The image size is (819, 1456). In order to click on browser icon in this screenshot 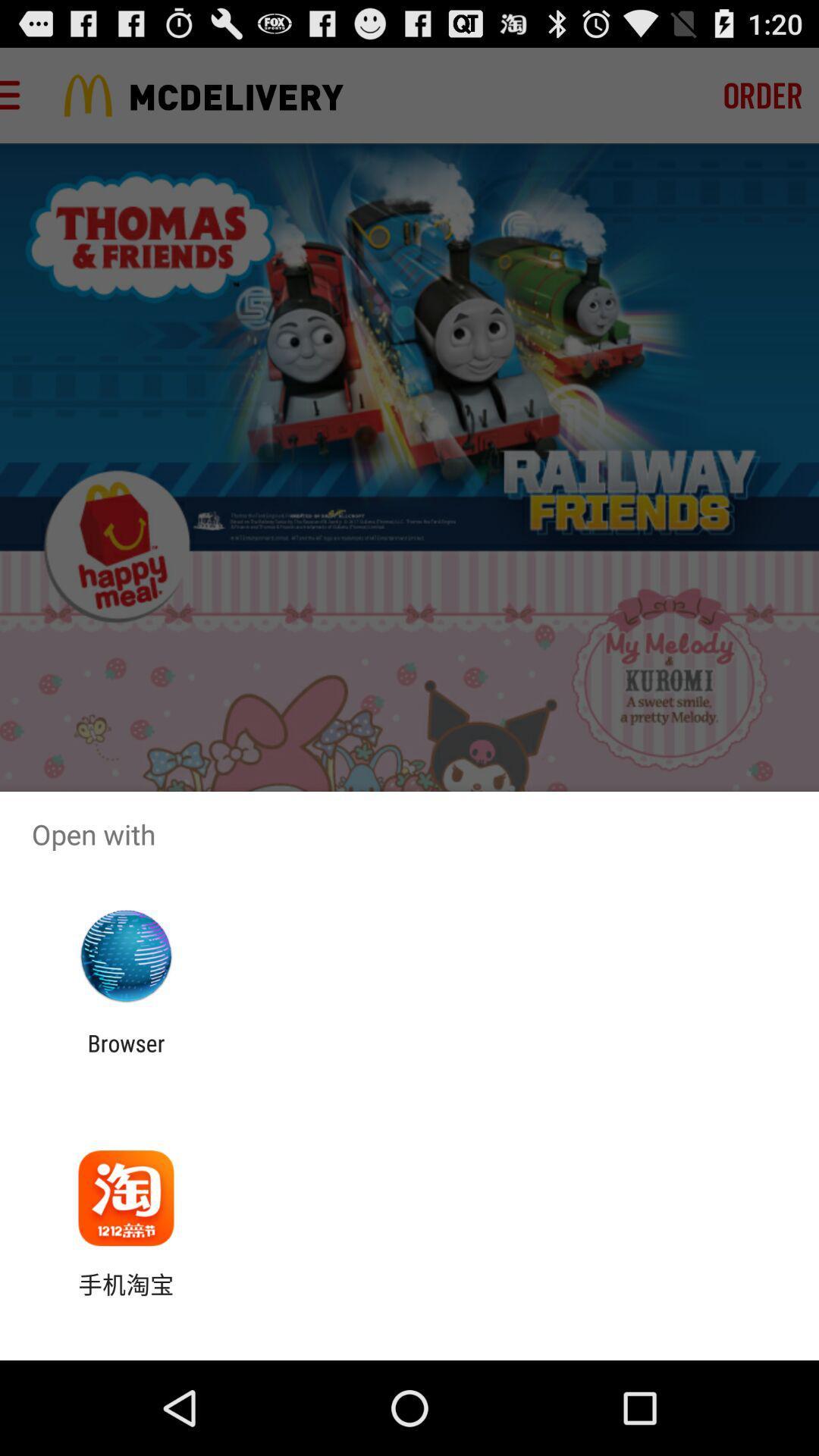, I will do `click(125, 1056)`.